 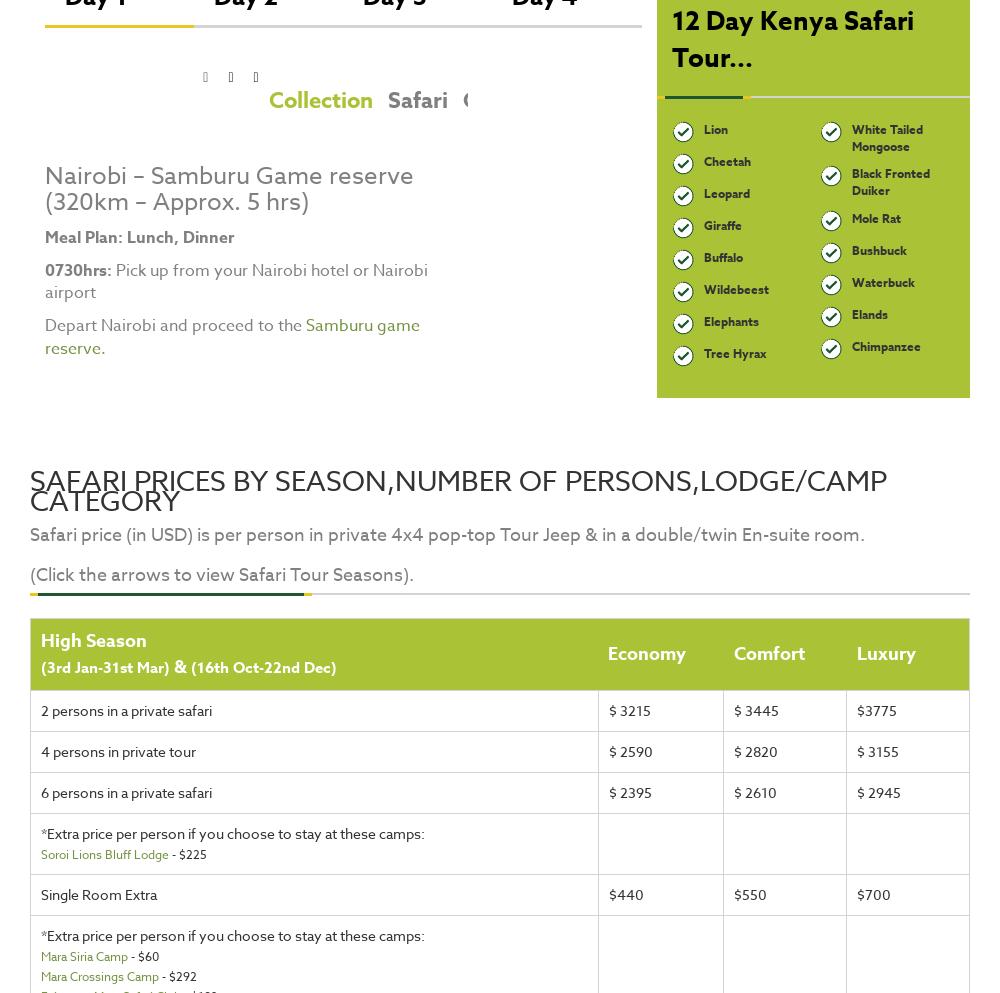 What do you see at coordinates (93, 638) in the screenshot?
I see `'High Season'` at bounding box center [93, 638].